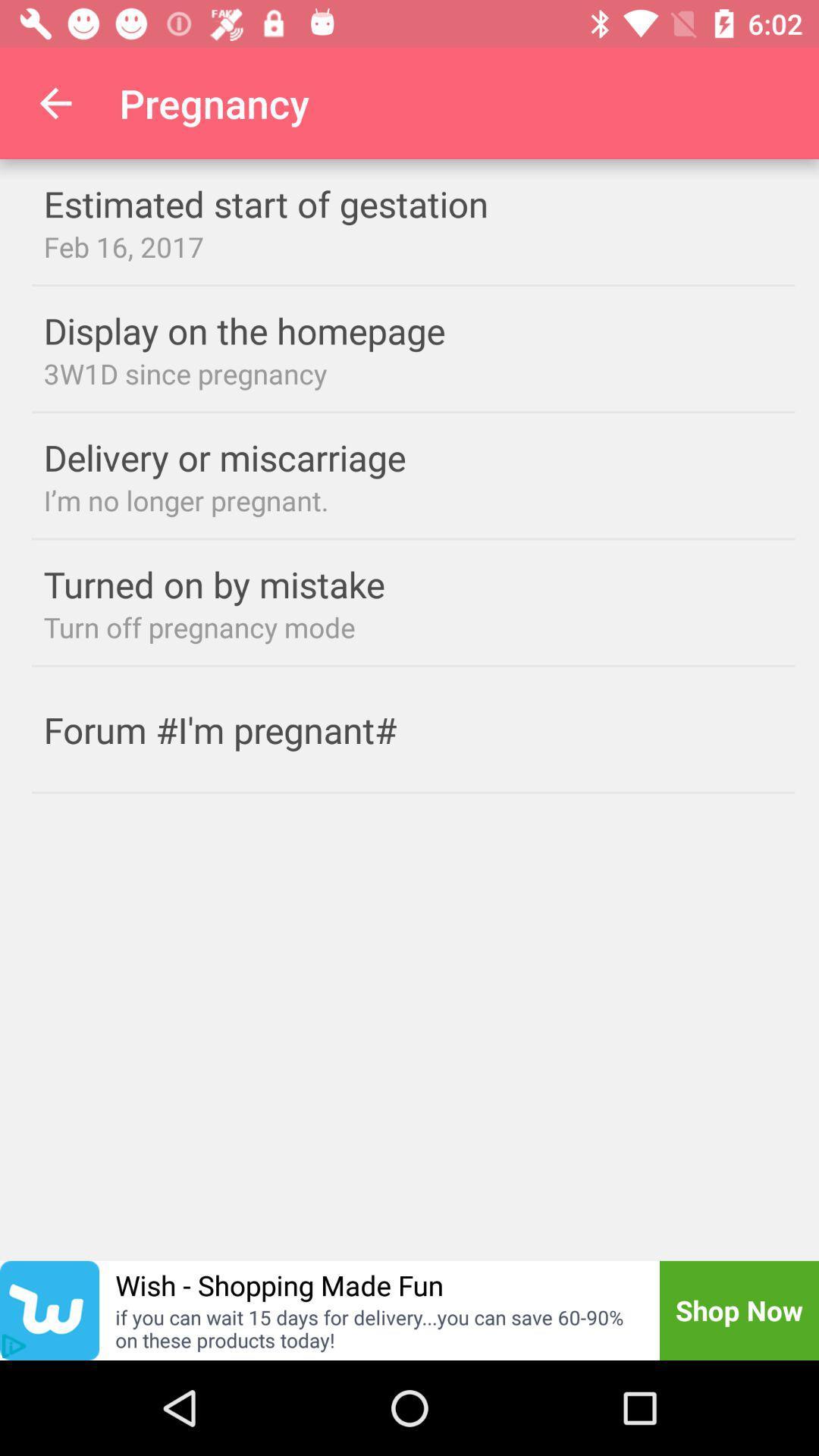 This screenshot has height=1456, width=819. I want to click on the wish shopping made item, so click(279, 1284).